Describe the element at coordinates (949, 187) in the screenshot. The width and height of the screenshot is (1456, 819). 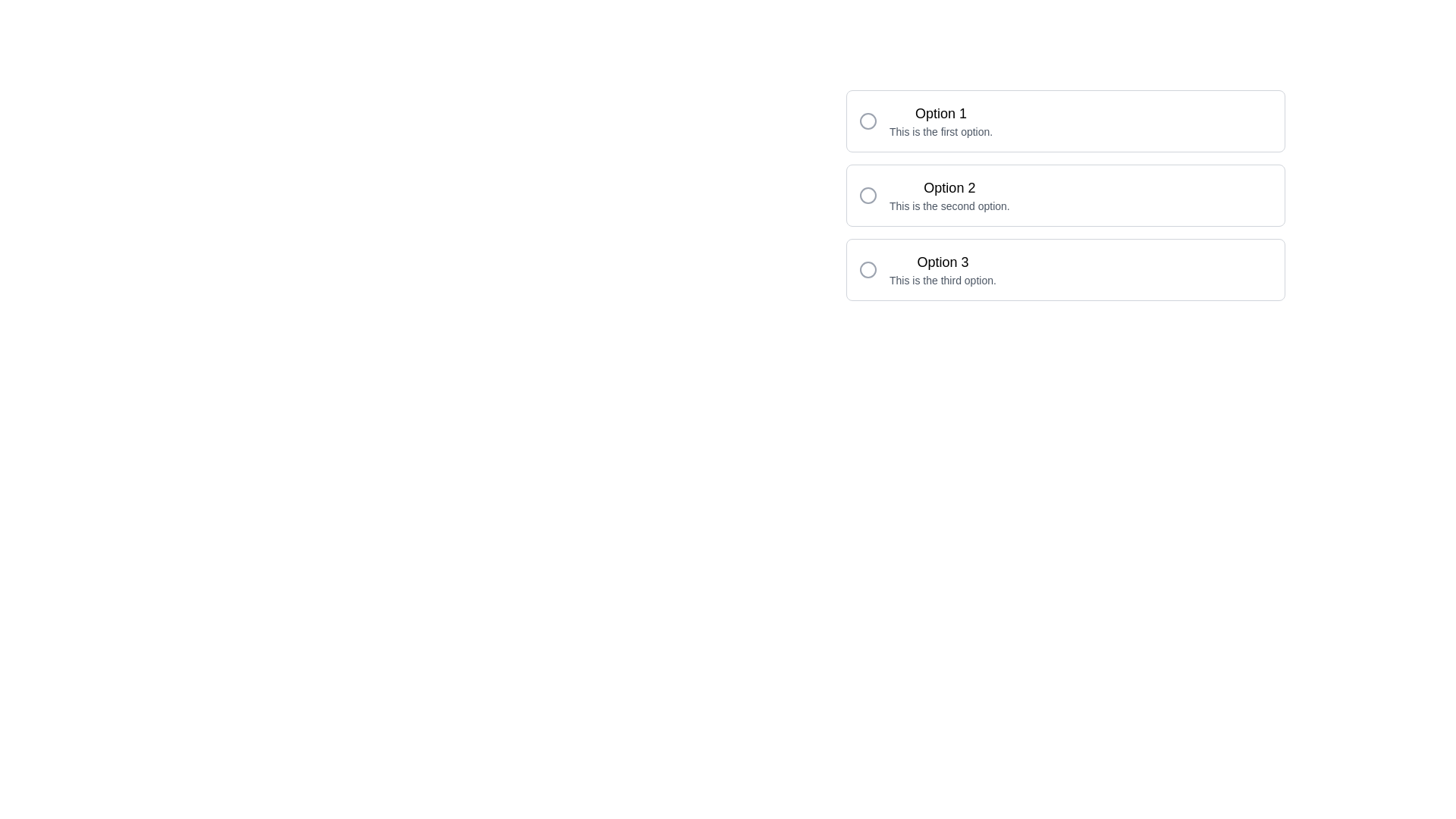
I see `the text label 'Option 2' which is bold and larger than surrounding text, located in a vertical list with a circular radio button to its left` at that location.